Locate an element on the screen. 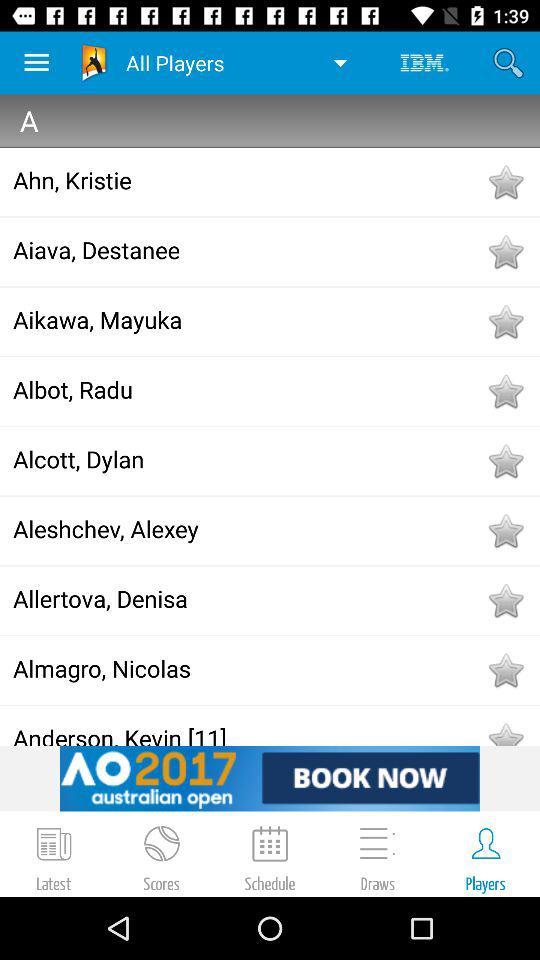  to favorites is located at coordinates (504, 182).